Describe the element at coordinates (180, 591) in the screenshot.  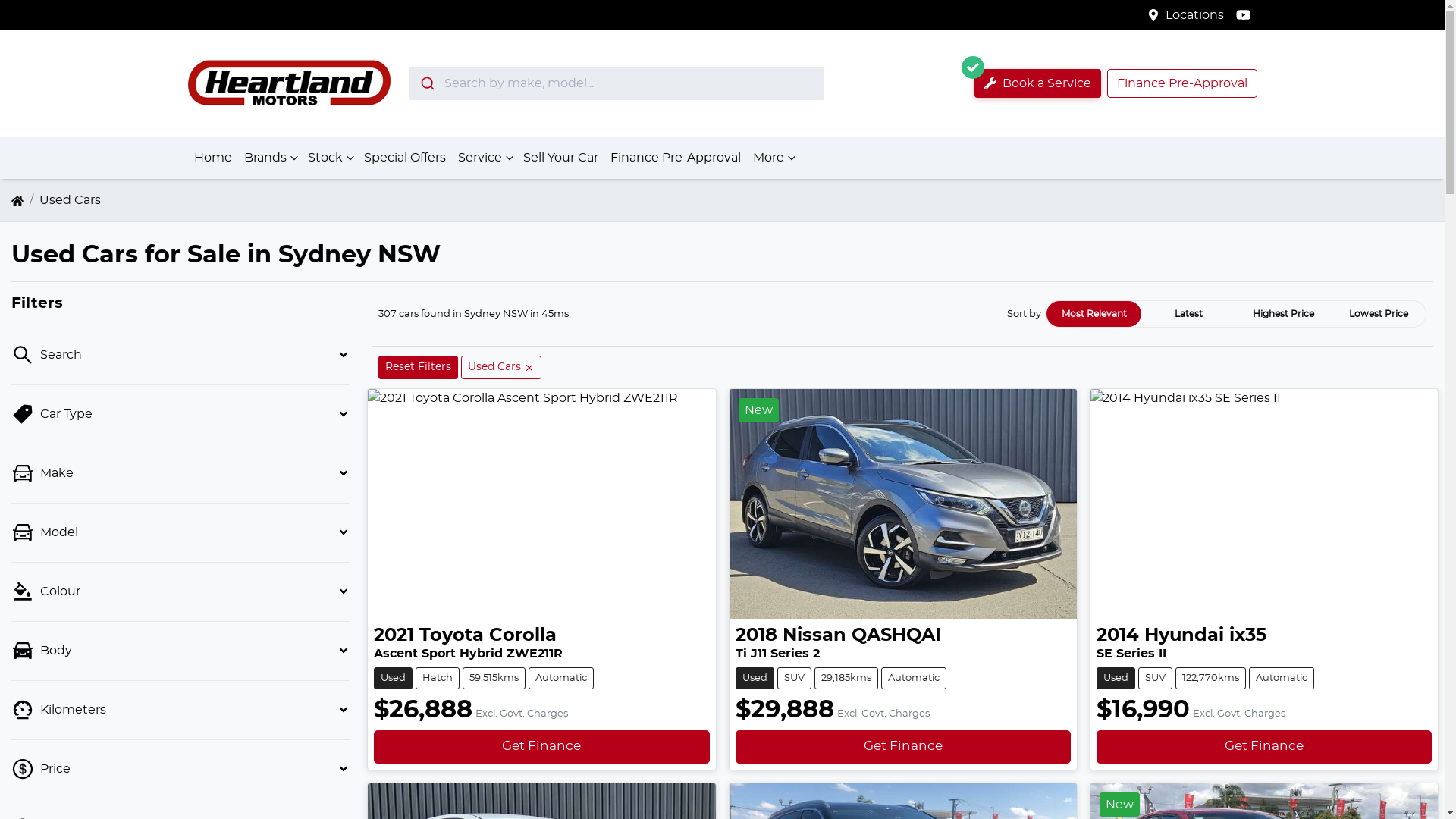
I see `'Colour'` at that location.